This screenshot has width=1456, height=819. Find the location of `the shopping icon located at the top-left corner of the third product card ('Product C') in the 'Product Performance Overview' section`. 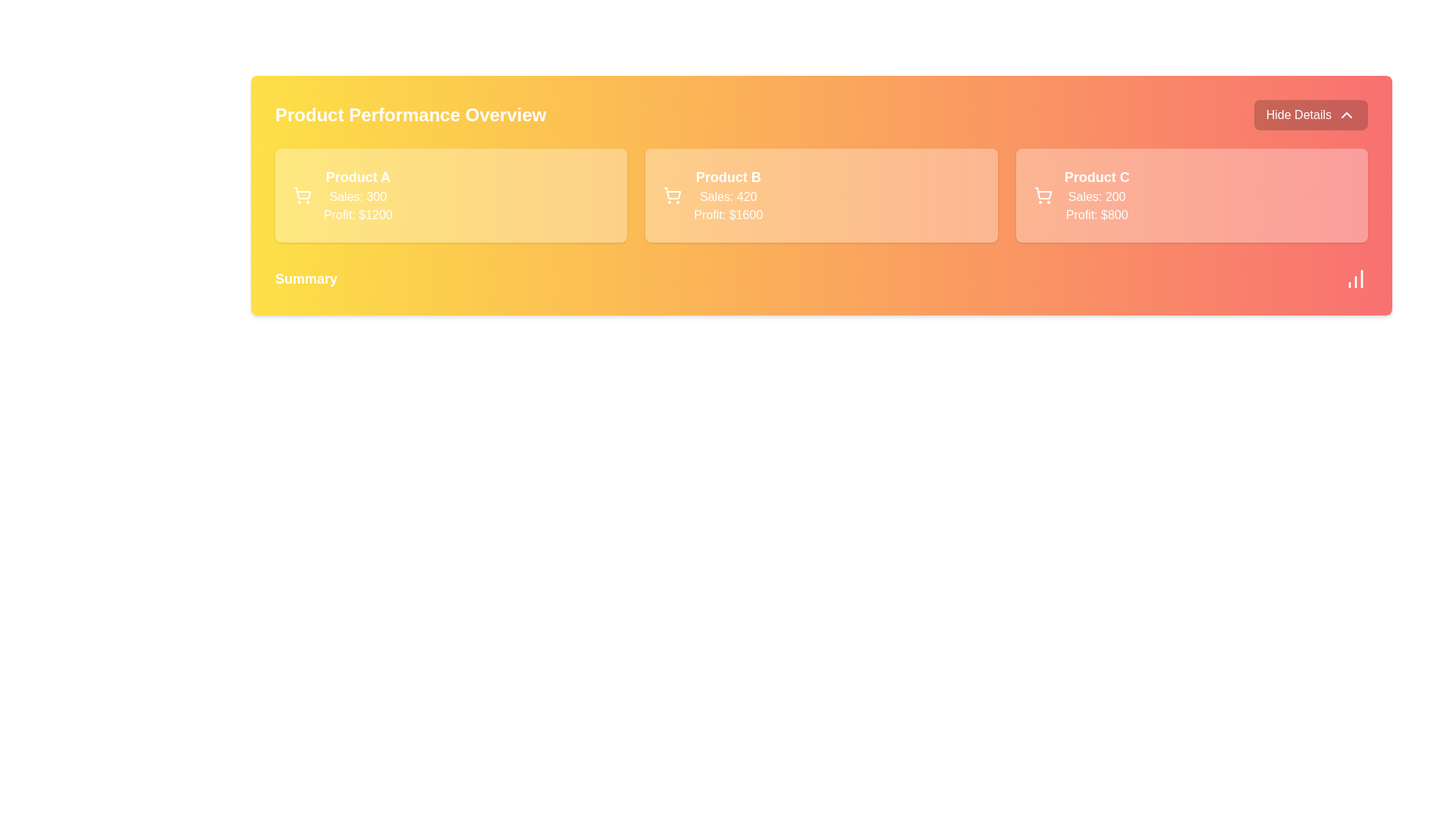

the shopping icon located at the top-left corner of the third product card ('Product C') in the 'Product Performance Overview' section is located at coordinates (1042, 195).